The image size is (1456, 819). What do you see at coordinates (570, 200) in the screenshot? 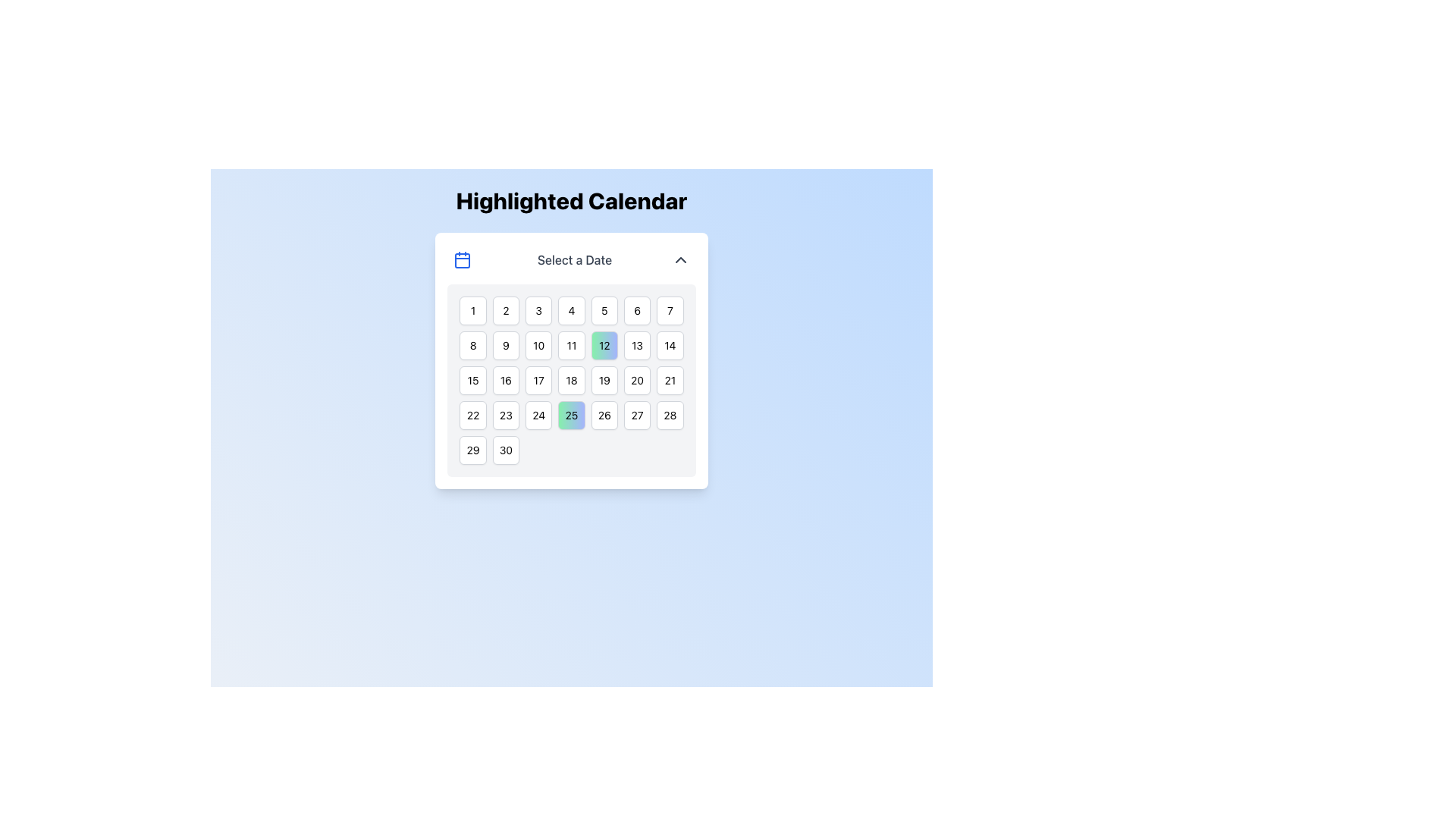
I see `the static text heading indicating the main function of the application, located centrally above the calendar selection widget` at bounding box center [570, 200].